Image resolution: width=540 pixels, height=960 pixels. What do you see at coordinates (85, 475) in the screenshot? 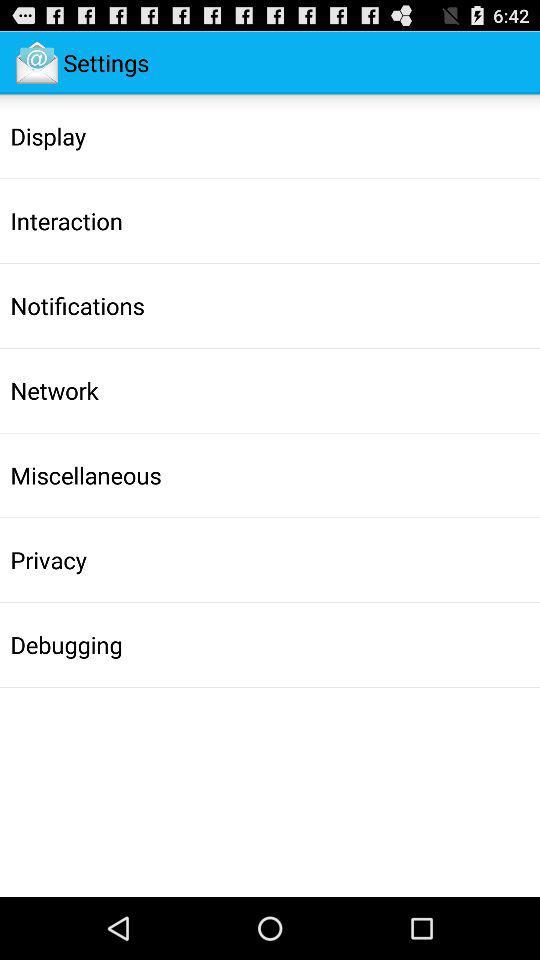
I see `the icon below the network icon` at bounding box center [85, 475].